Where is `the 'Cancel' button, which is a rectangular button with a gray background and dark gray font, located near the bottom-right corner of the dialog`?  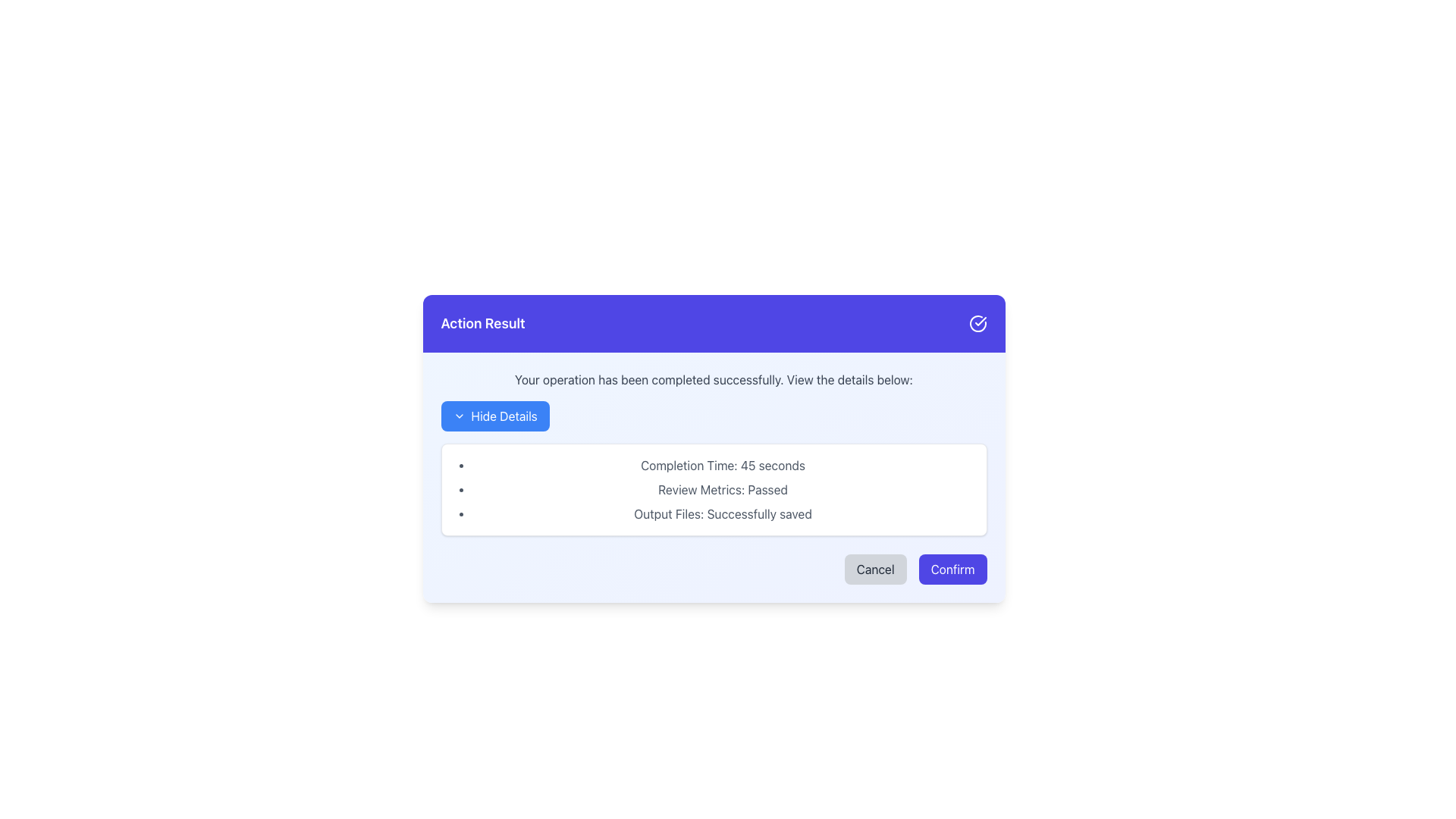
the 'Cancel' button, which is a rectangular button with a gray background and dark gray font, located near the bottom-right corner of the dialog is located at coordinates (875, 570).